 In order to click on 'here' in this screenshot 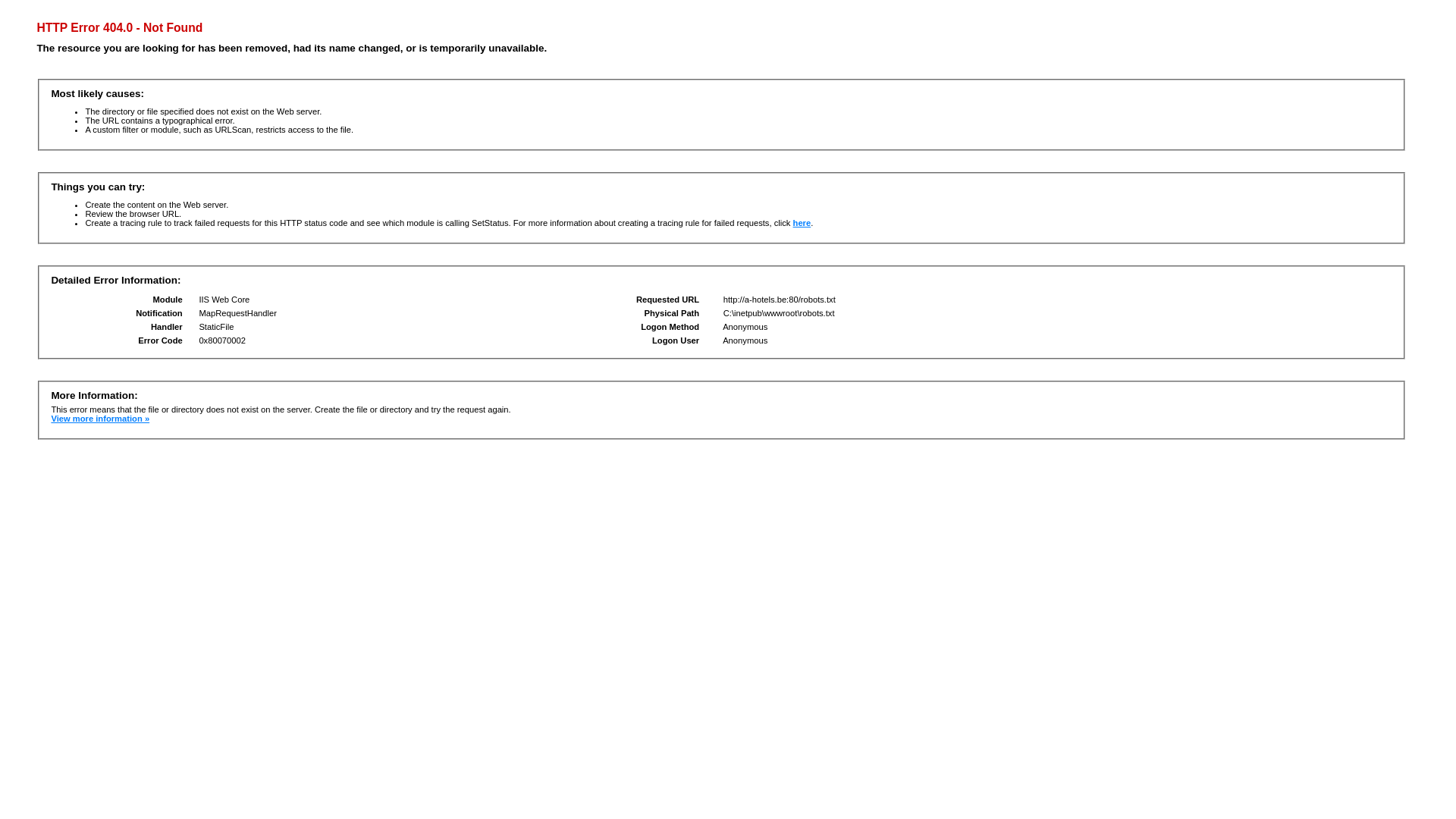, I will do `click(801, 222)`.